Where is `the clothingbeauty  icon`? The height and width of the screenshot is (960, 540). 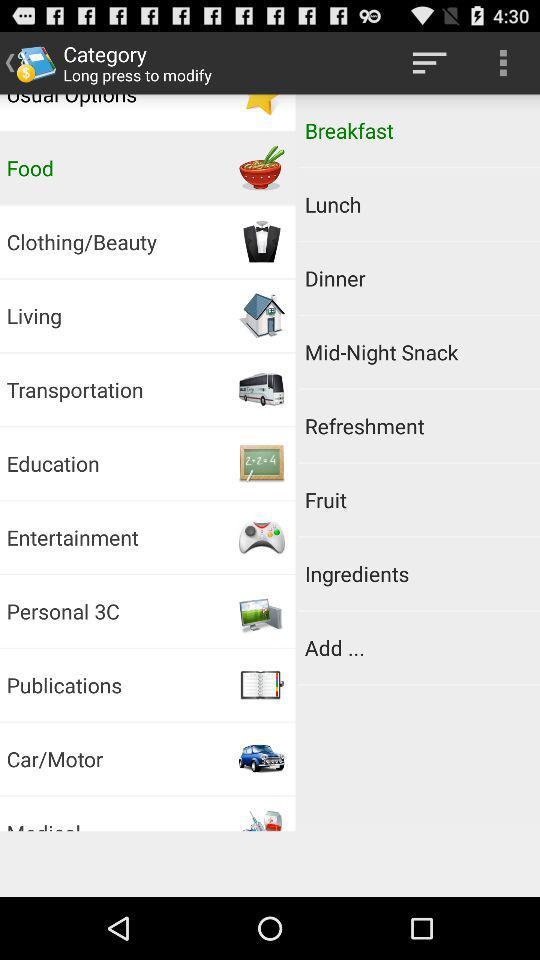 the clothingbeauty  icon is located at coordinates (262, 241).